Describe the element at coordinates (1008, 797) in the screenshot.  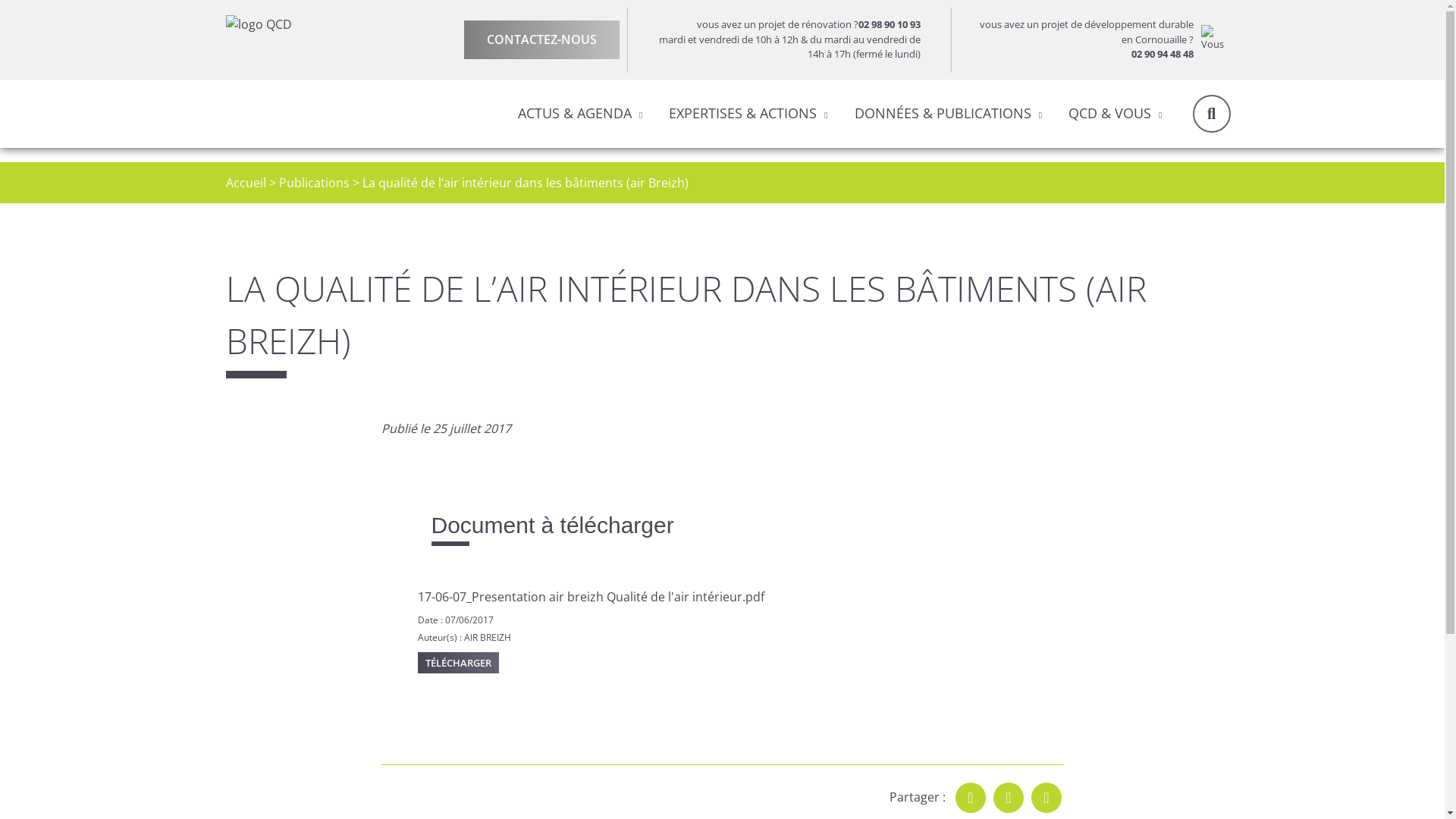
I see `'Twitter'` at that location.